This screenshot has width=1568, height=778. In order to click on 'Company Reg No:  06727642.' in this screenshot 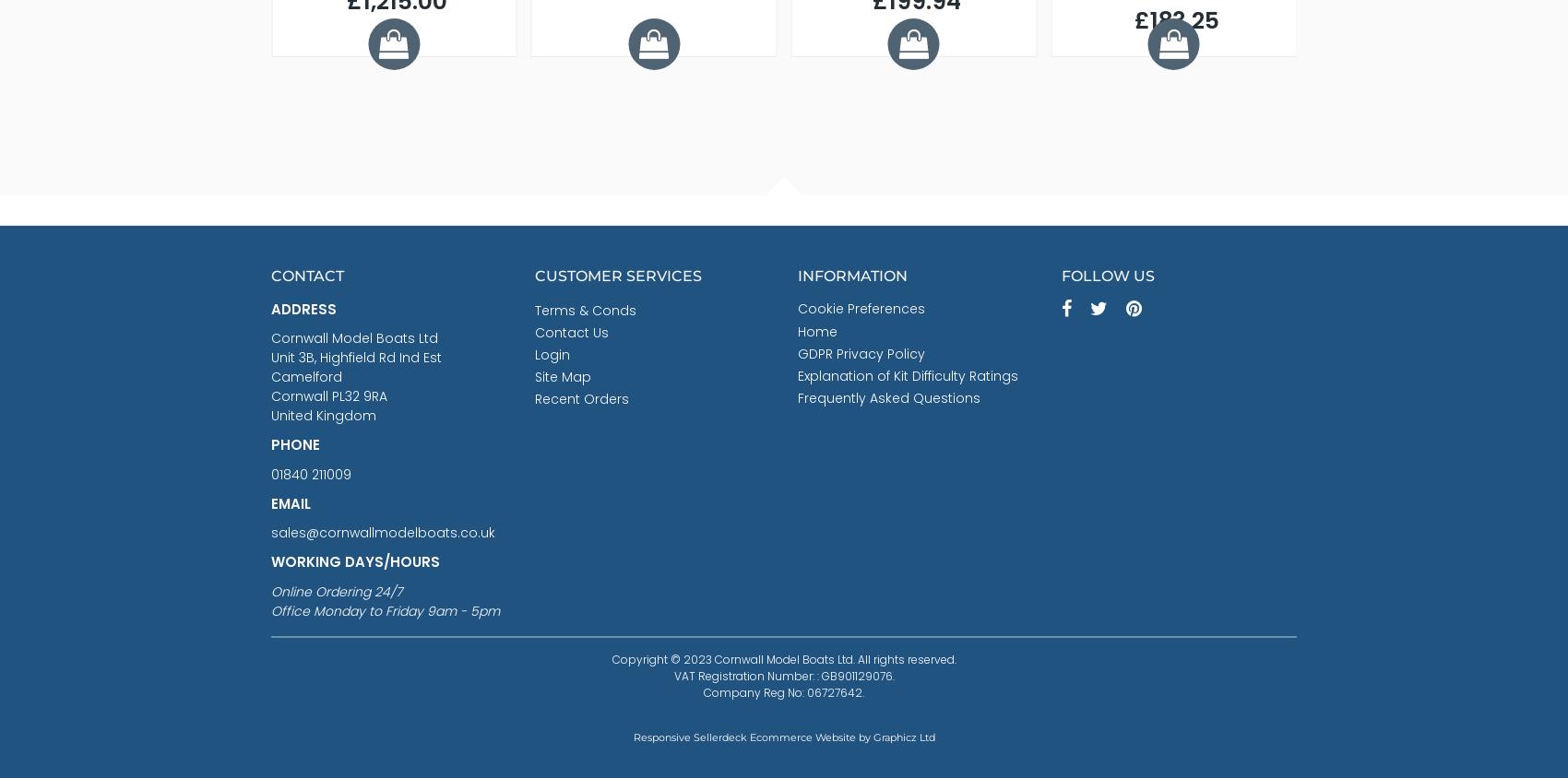, I will do `click(784, 691)`.